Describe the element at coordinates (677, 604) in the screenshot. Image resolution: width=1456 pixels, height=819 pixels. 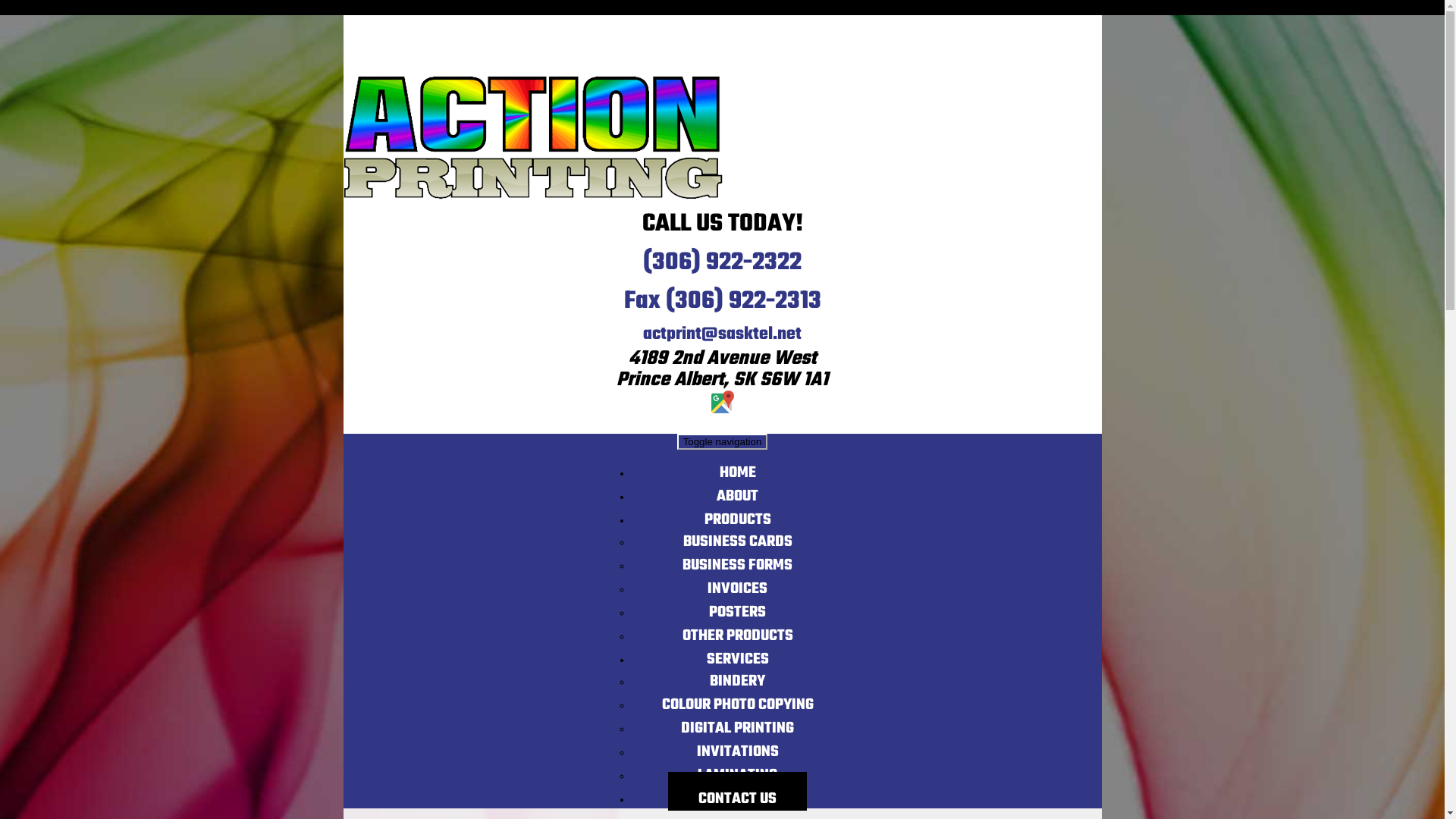
I see `'POSTERS'` at that location.